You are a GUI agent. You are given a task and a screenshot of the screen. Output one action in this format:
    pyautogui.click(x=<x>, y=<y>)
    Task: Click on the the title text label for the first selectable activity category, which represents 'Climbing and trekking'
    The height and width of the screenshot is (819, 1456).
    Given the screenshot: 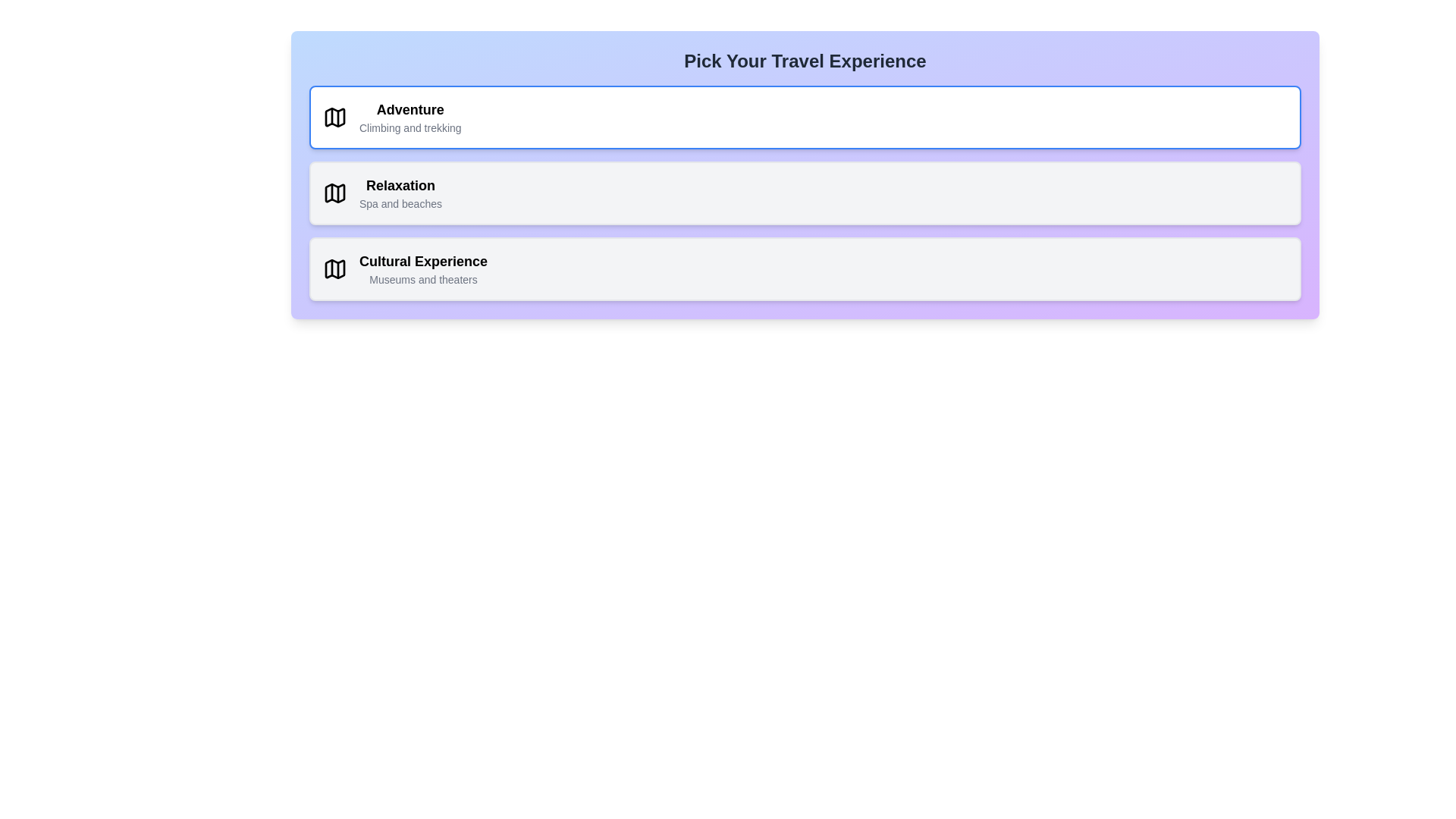 What is the action you would take?
    pyautogui.click(x=410, y=109)
    